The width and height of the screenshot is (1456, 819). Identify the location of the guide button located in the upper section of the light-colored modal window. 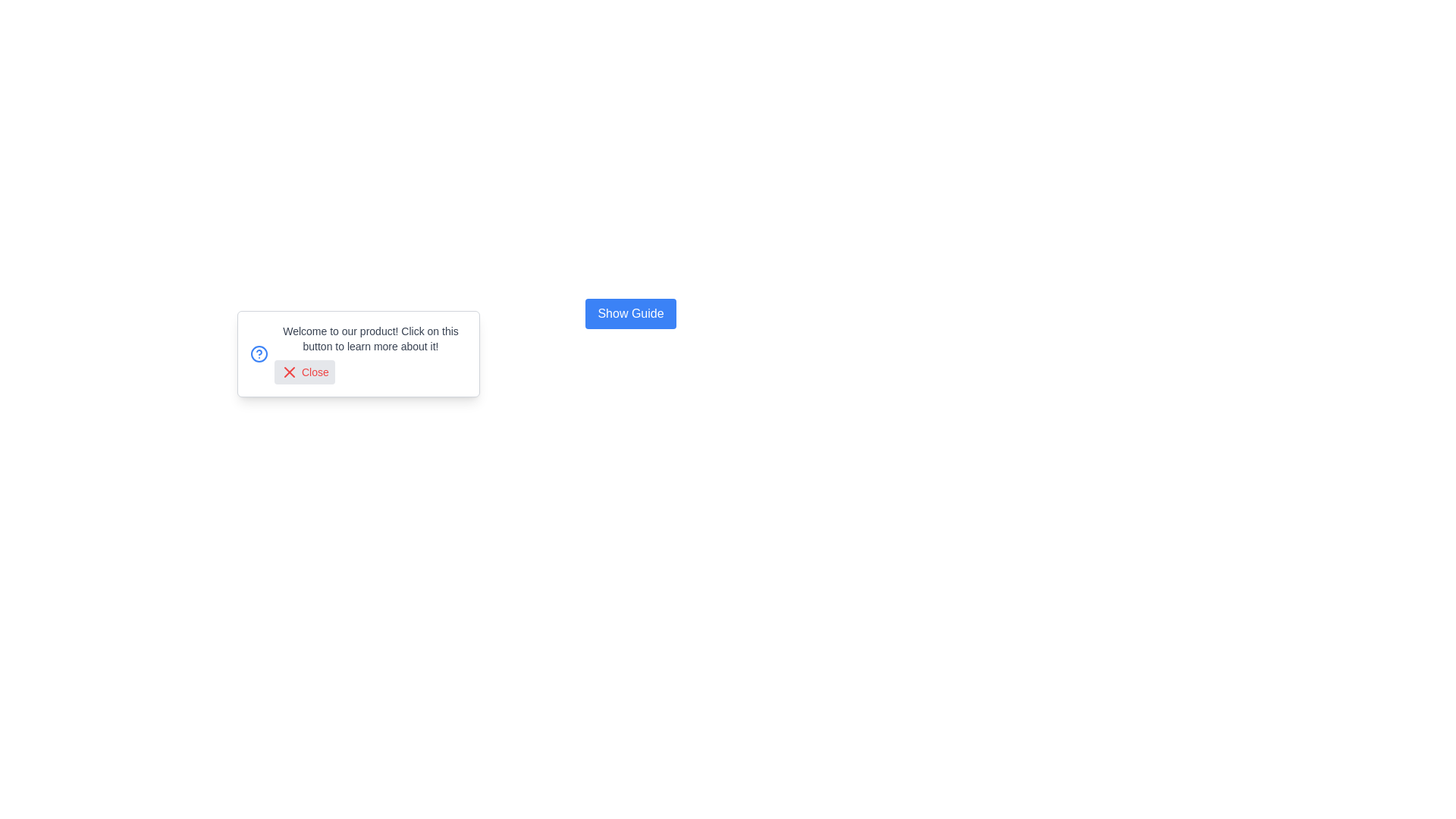
(630, 312).